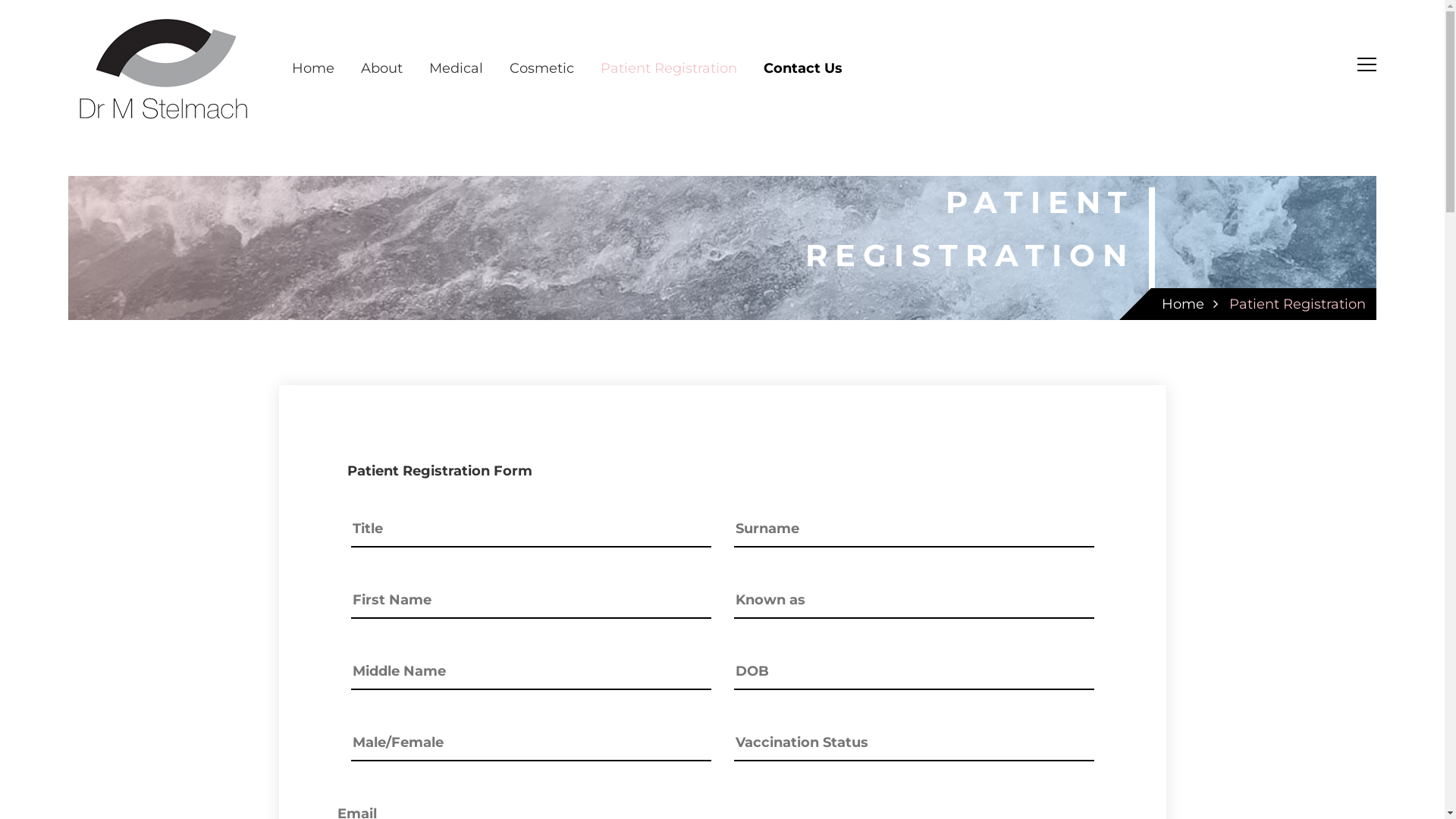  Describe the element at coordinates (1296, 304) in the screenshot. I see `'Patient Registration'` at that location.